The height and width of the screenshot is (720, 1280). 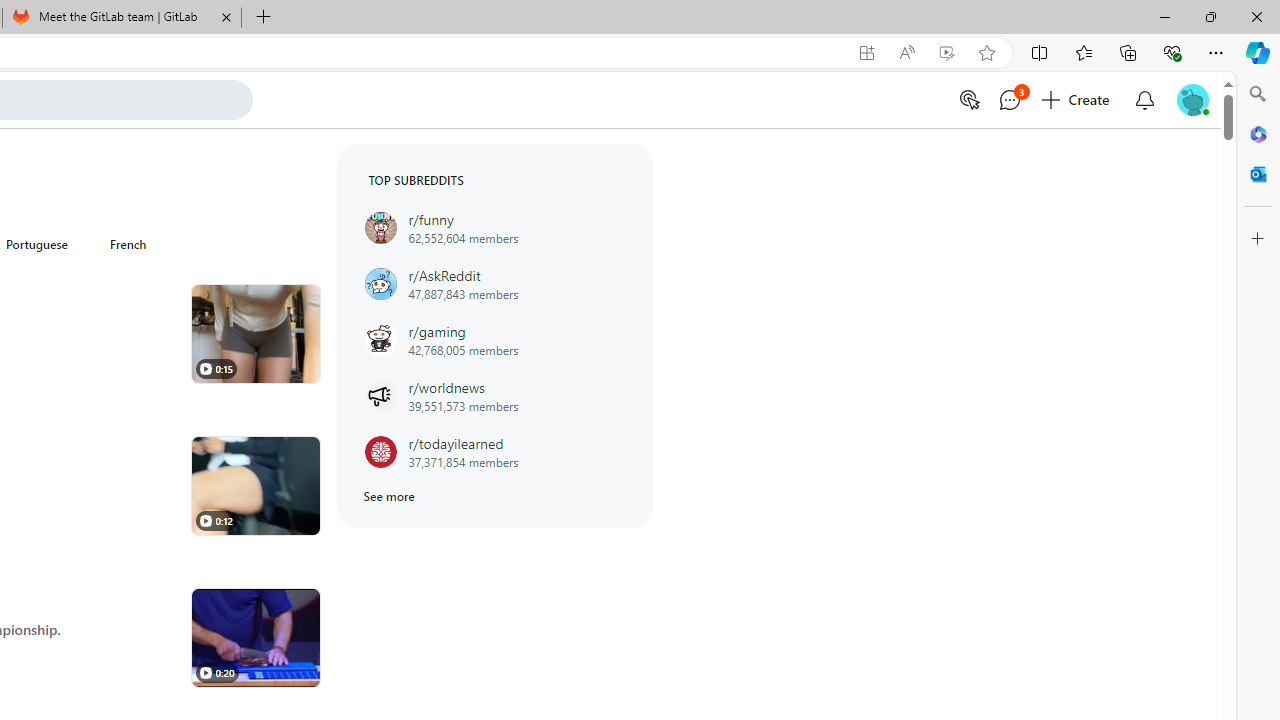 What do you see at coordinates (254, 333) in the screenshot?
I see `'r/lululemon - new haul(: '` at bounding box center [254, 333].